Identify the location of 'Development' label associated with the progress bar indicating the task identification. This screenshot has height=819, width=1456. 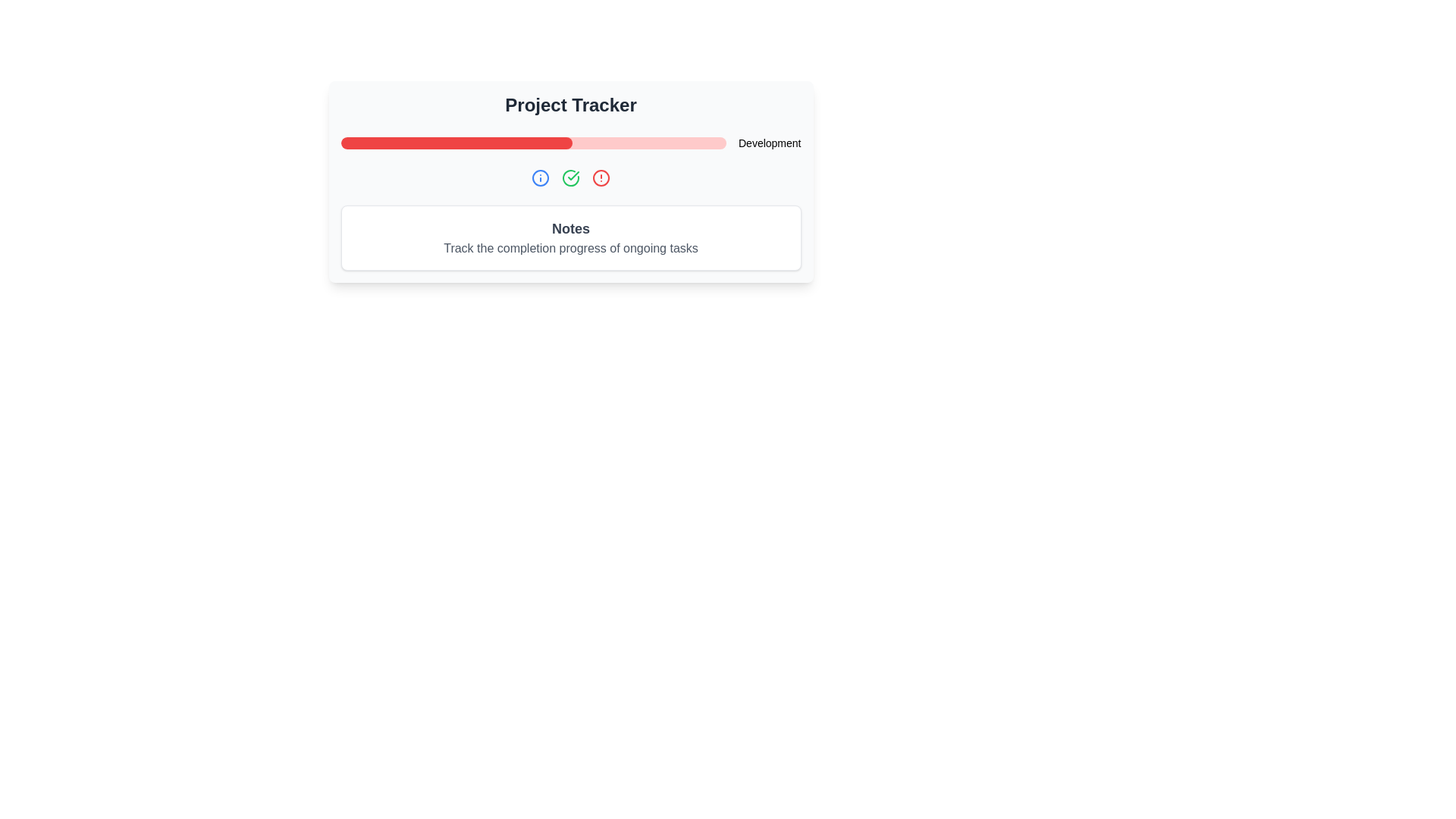
(570, 143).